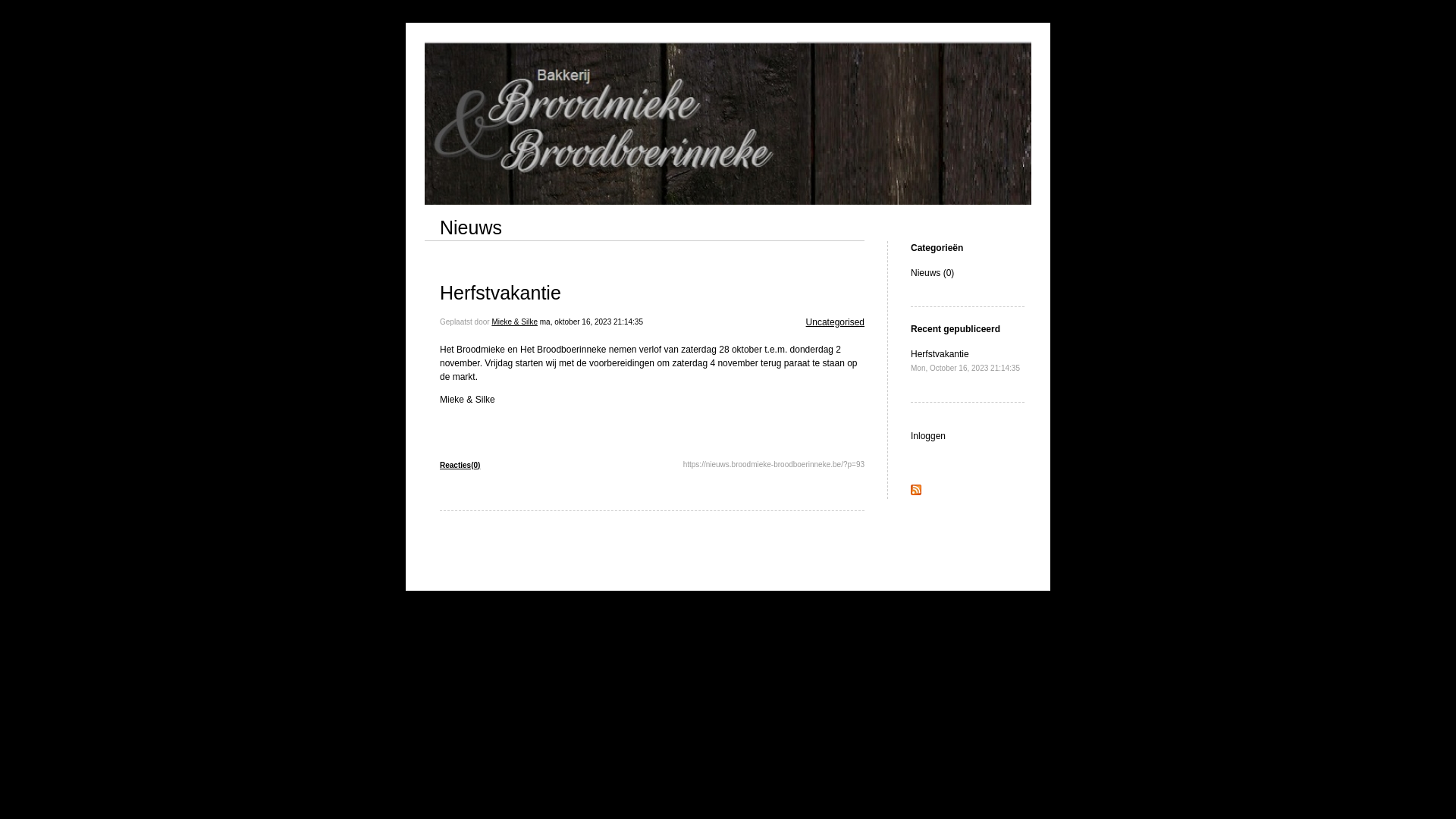  Describe the element at coordinates (590, 321) in the screenshot. I see `'ma, oktober 16, 2023 21:14:35'` at that location.